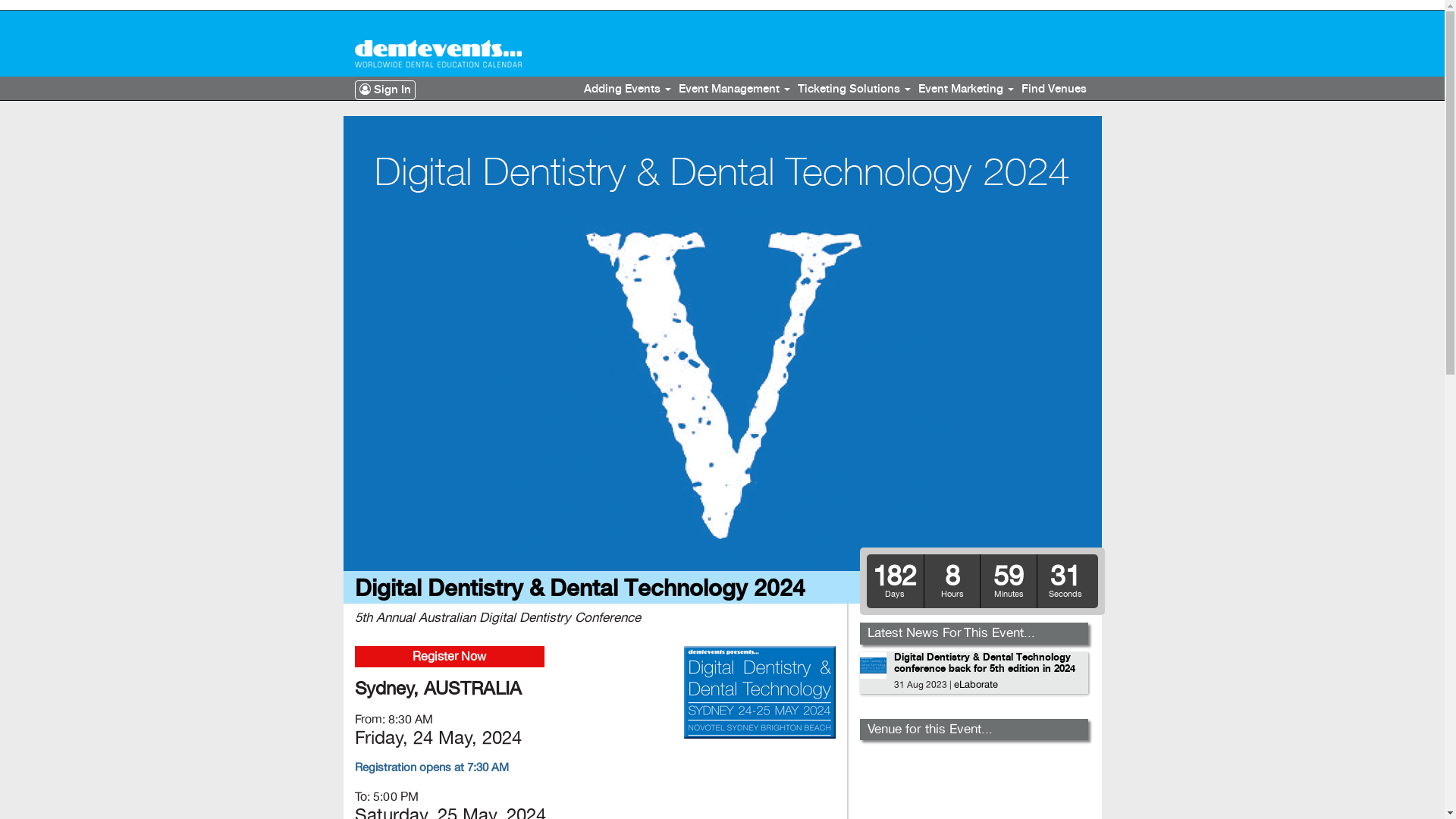  What do you see at coordinates (449, 656) in the screenshot?
I see `'Register Now'` at bounding box center [449, 656].